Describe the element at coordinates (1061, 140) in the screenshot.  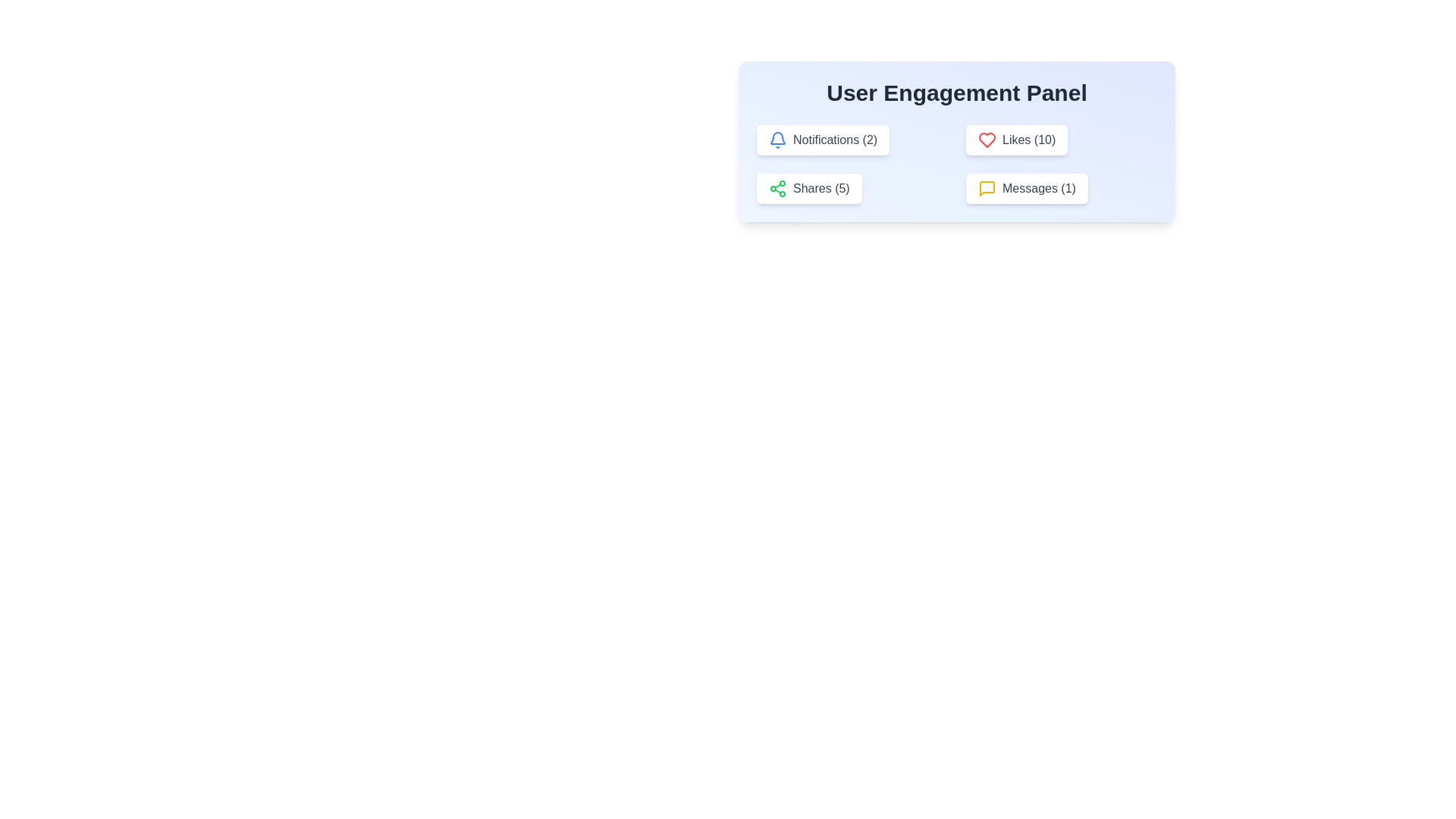
I see `the 'Likes (10)' interactive button` at that location.